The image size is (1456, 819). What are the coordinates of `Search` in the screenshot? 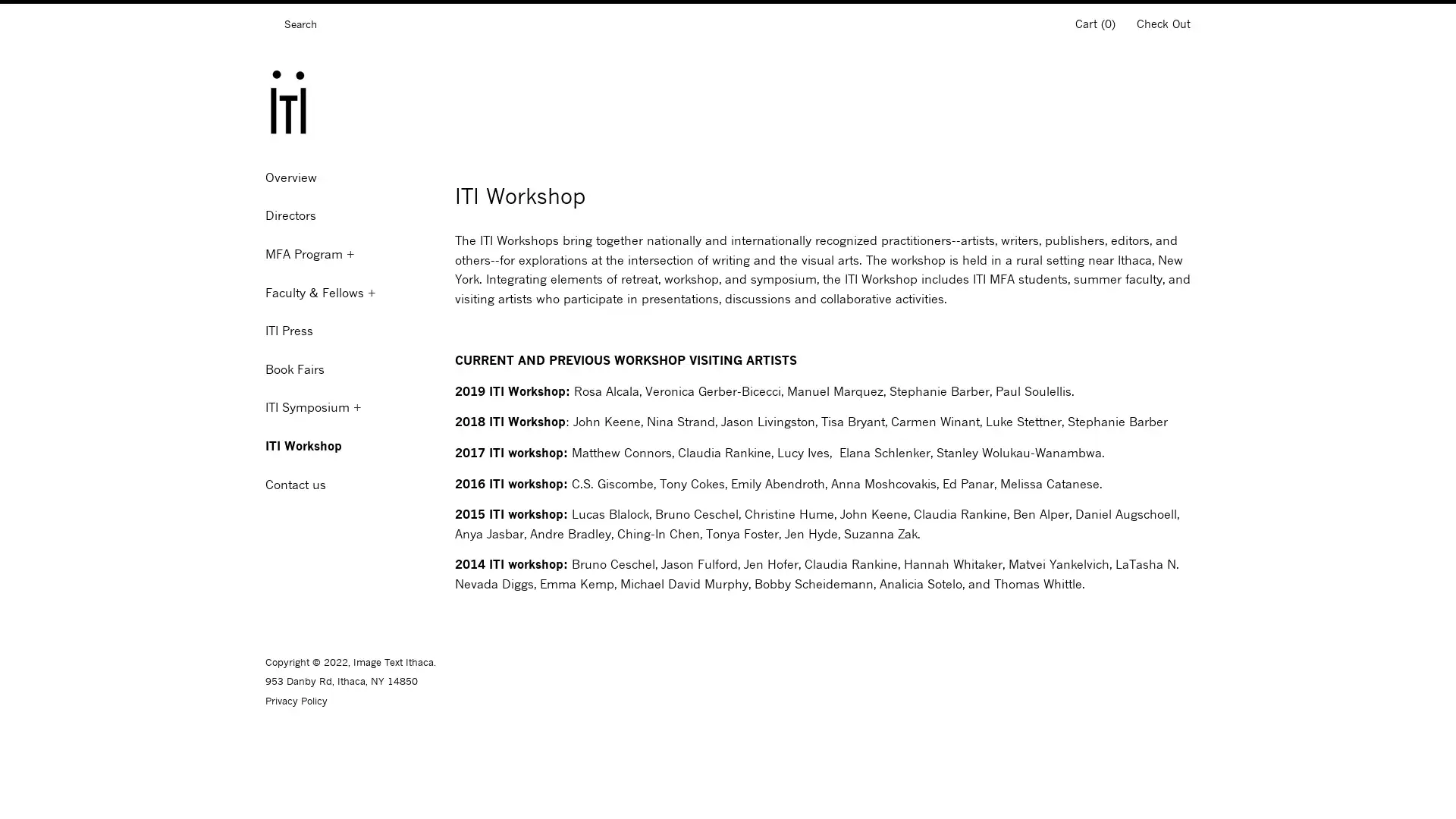 It's located at (269, 27).